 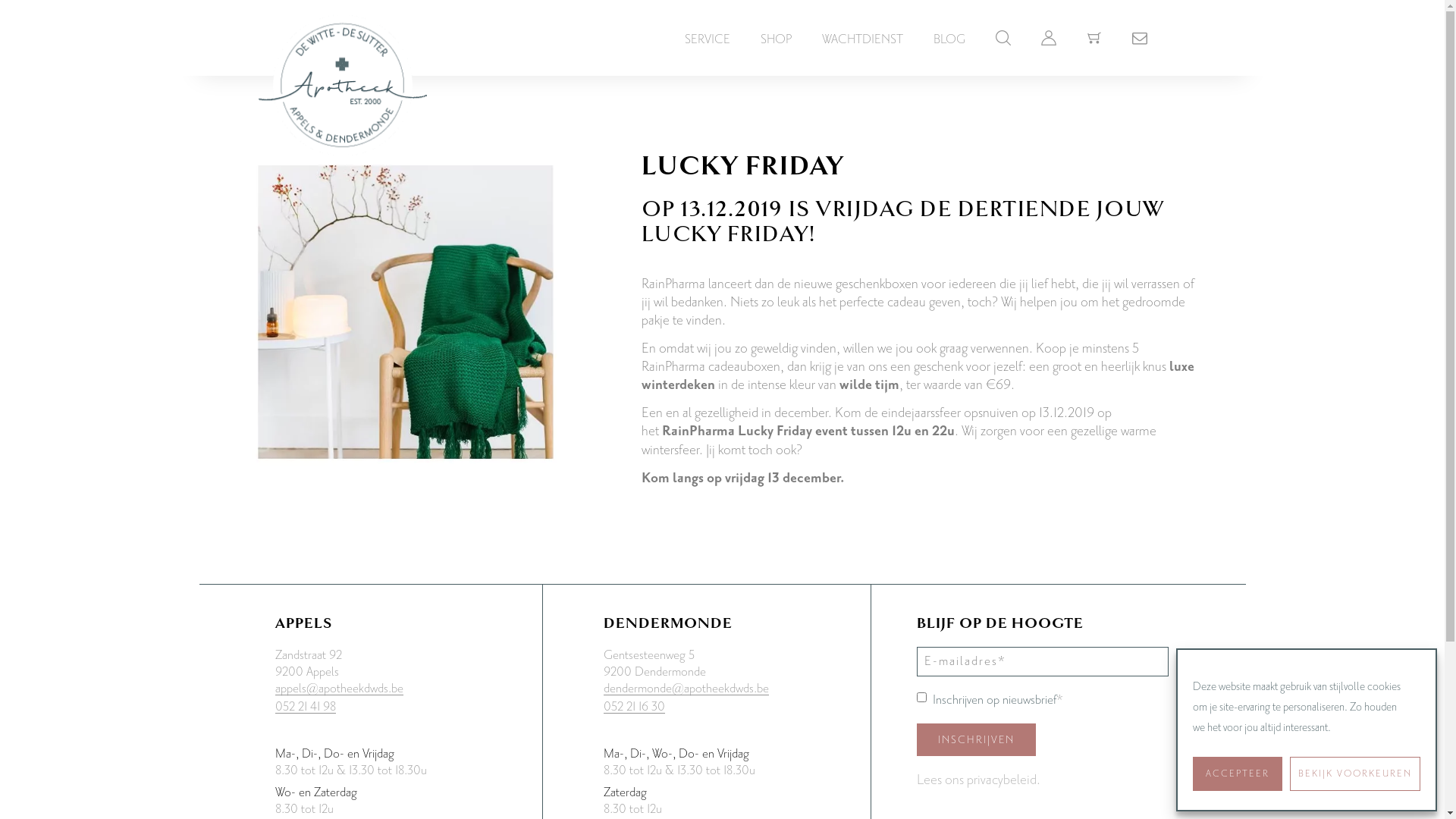 What do you see at coordinates (341, 70) in the screenshot?
I see `'Ga naar de homepagina'` at bounding box center [341, 70].